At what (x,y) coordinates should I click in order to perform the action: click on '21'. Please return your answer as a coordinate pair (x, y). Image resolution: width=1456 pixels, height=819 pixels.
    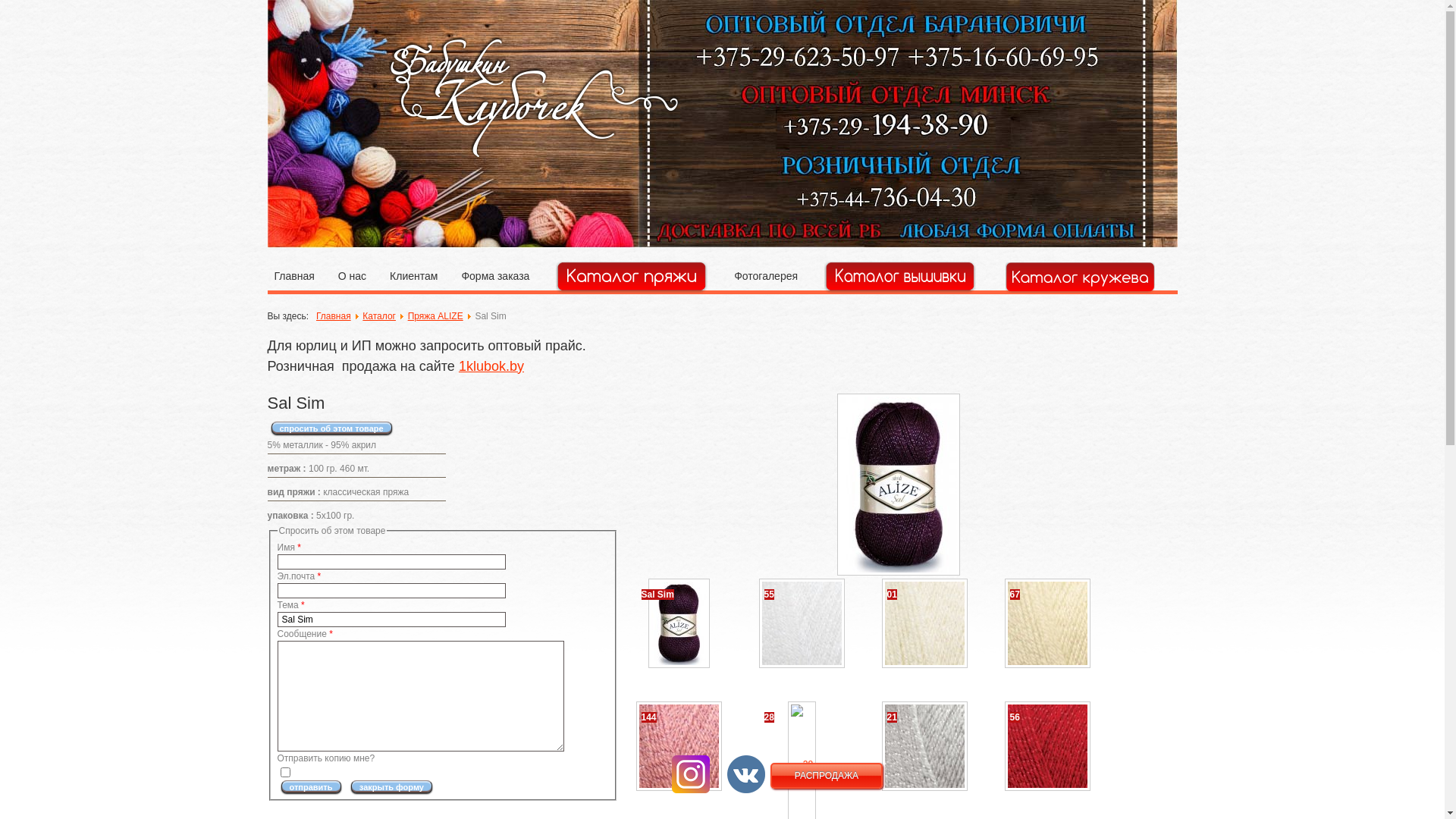
    Looking at the image, I should click on (881, 745).